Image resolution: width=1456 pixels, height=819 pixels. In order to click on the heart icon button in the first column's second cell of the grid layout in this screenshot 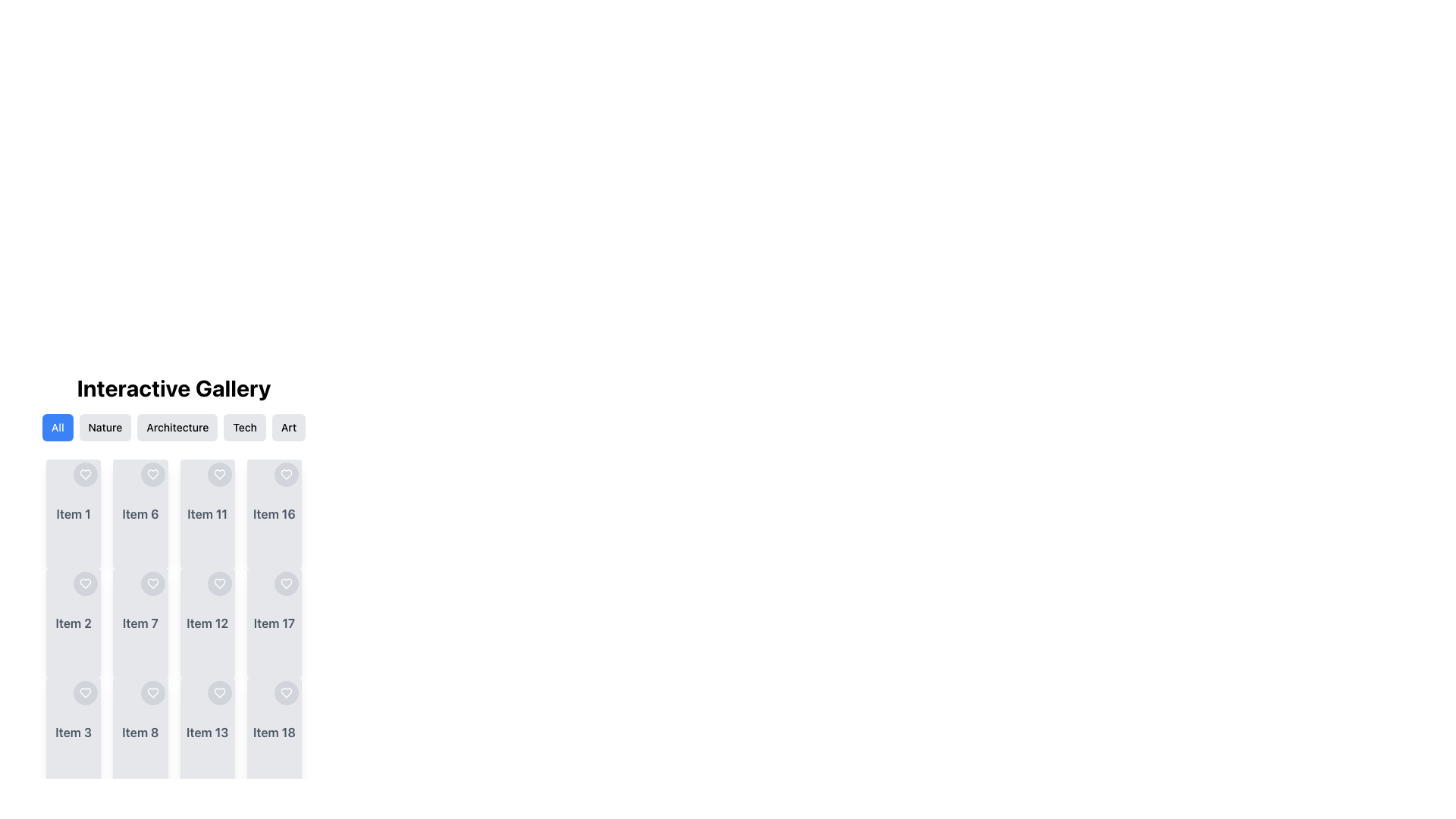, I will do `click(85, 583)`.